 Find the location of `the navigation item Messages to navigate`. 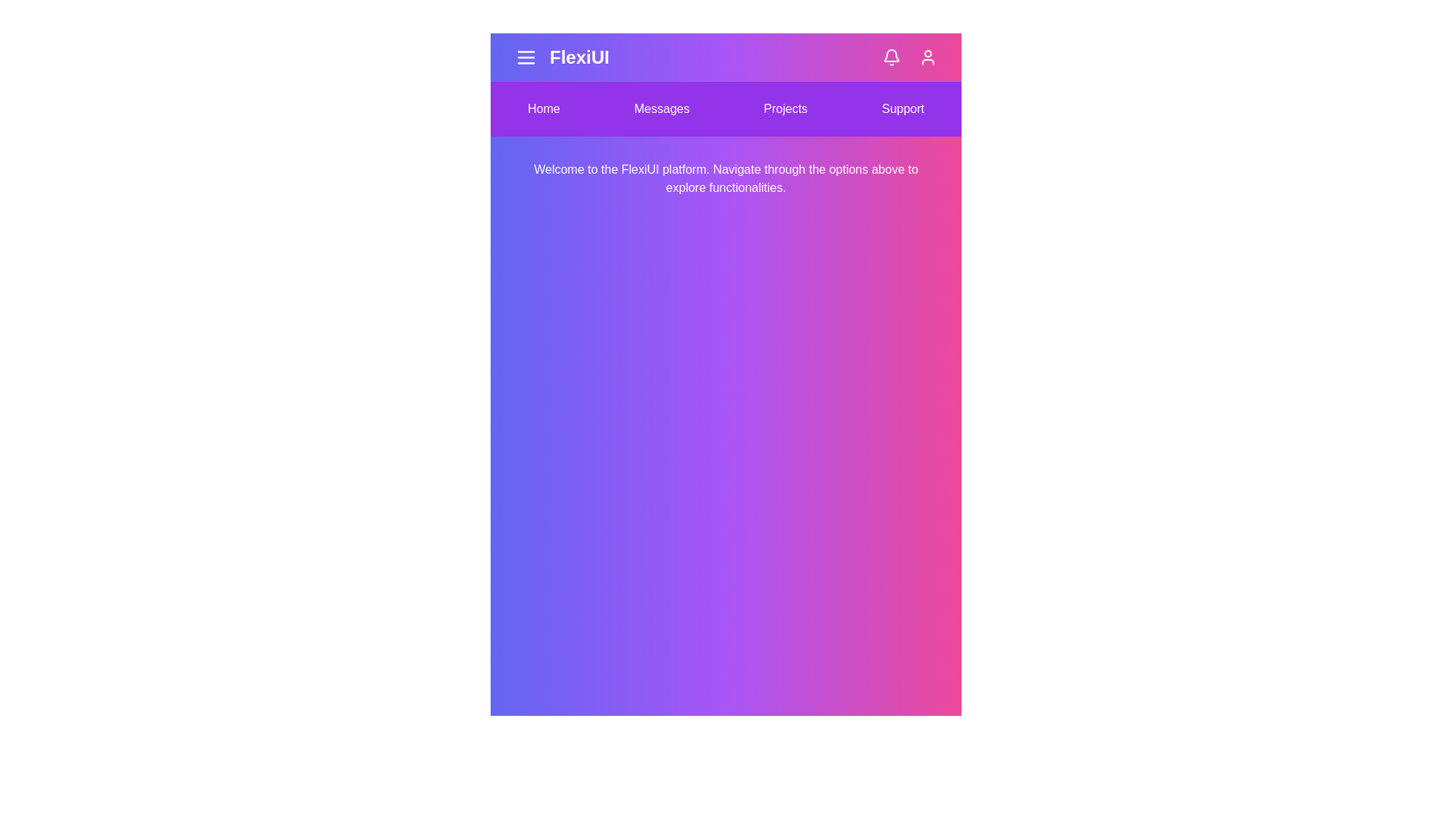

the navigation item Messages to navigate is located at coordinates (662, 108).